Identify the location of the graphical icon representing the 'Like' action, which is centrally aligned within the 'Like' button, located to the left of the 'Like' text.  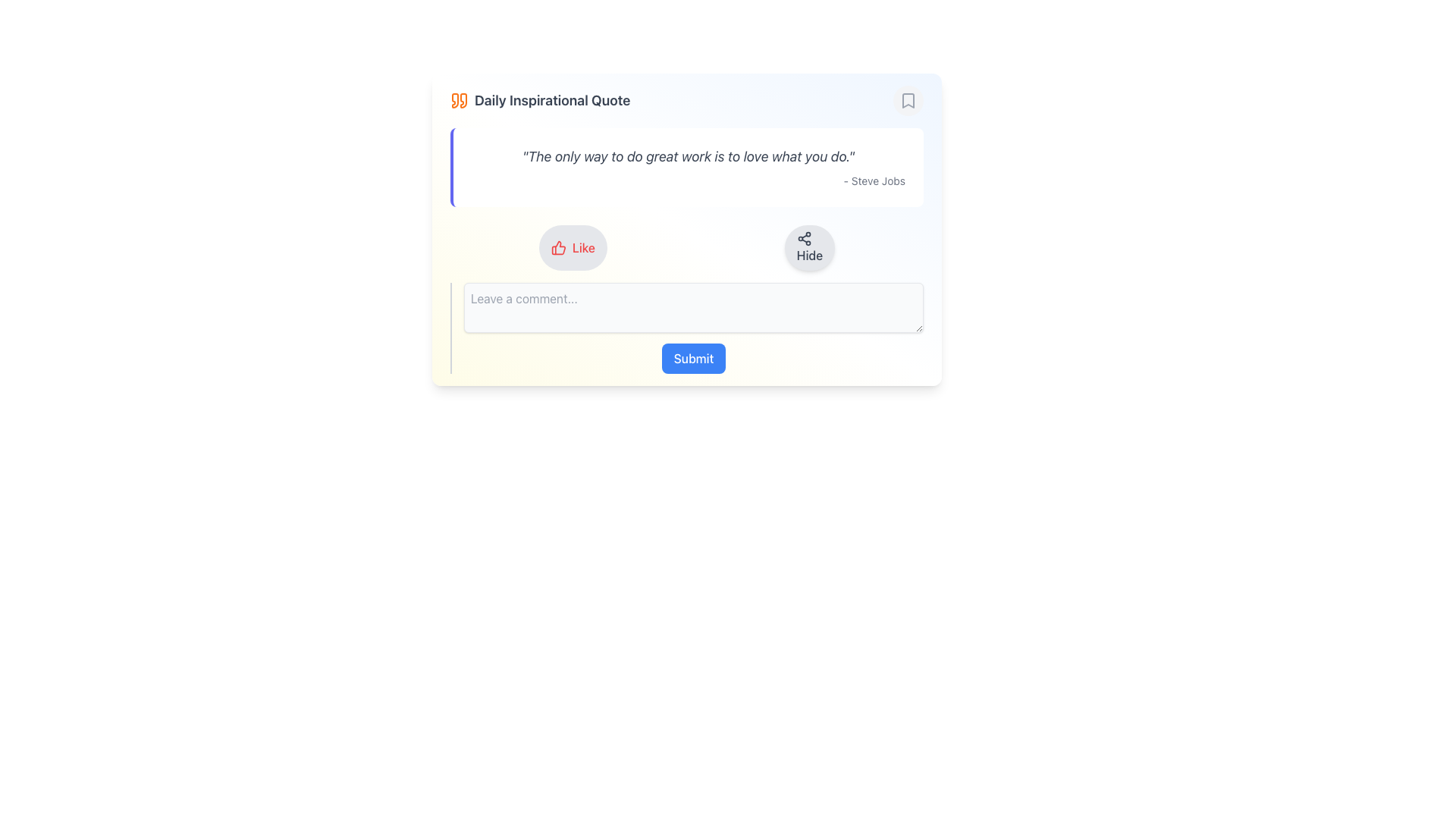
(557, 247).